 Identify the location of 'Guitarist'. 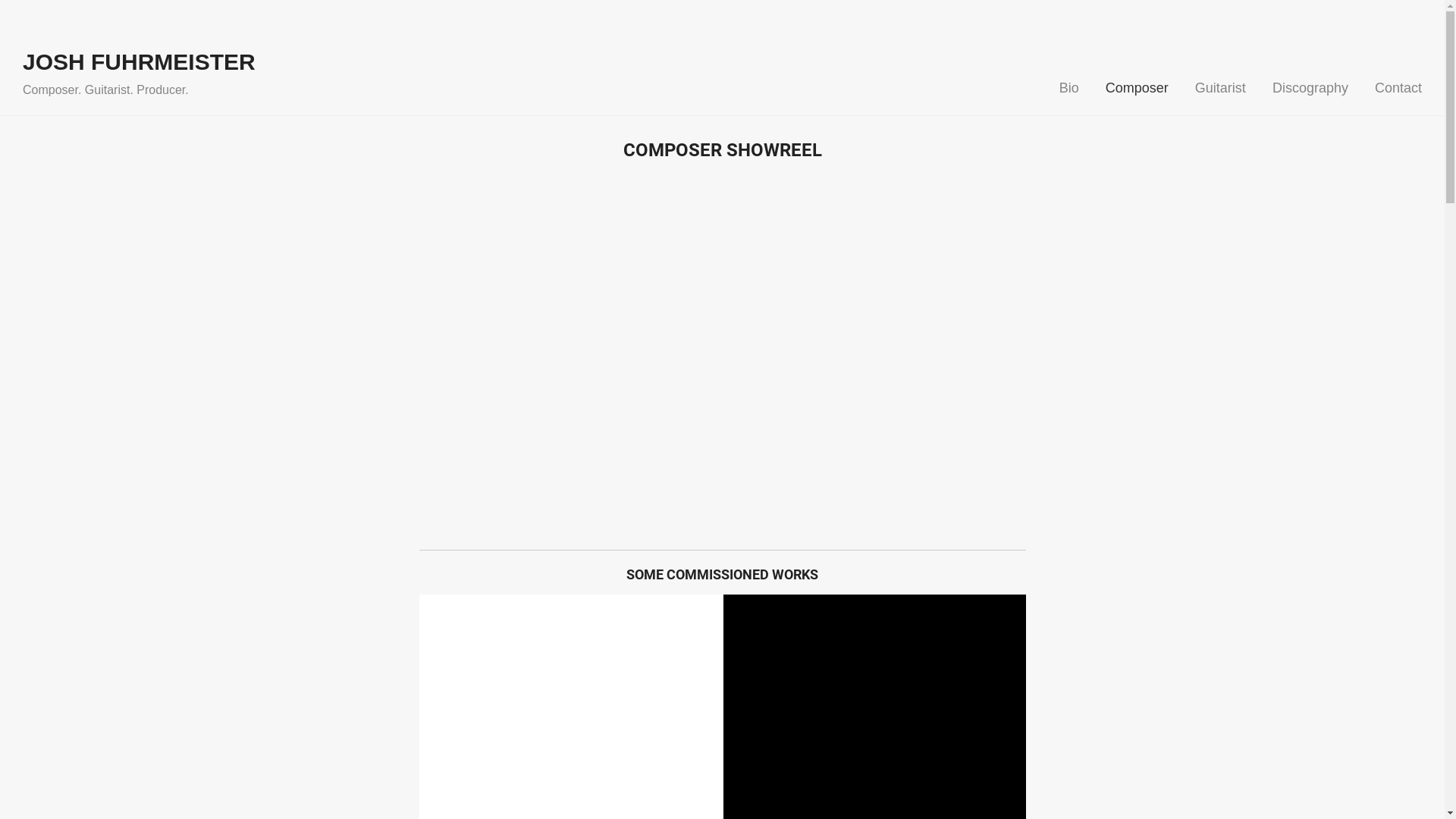
(1220, 88).